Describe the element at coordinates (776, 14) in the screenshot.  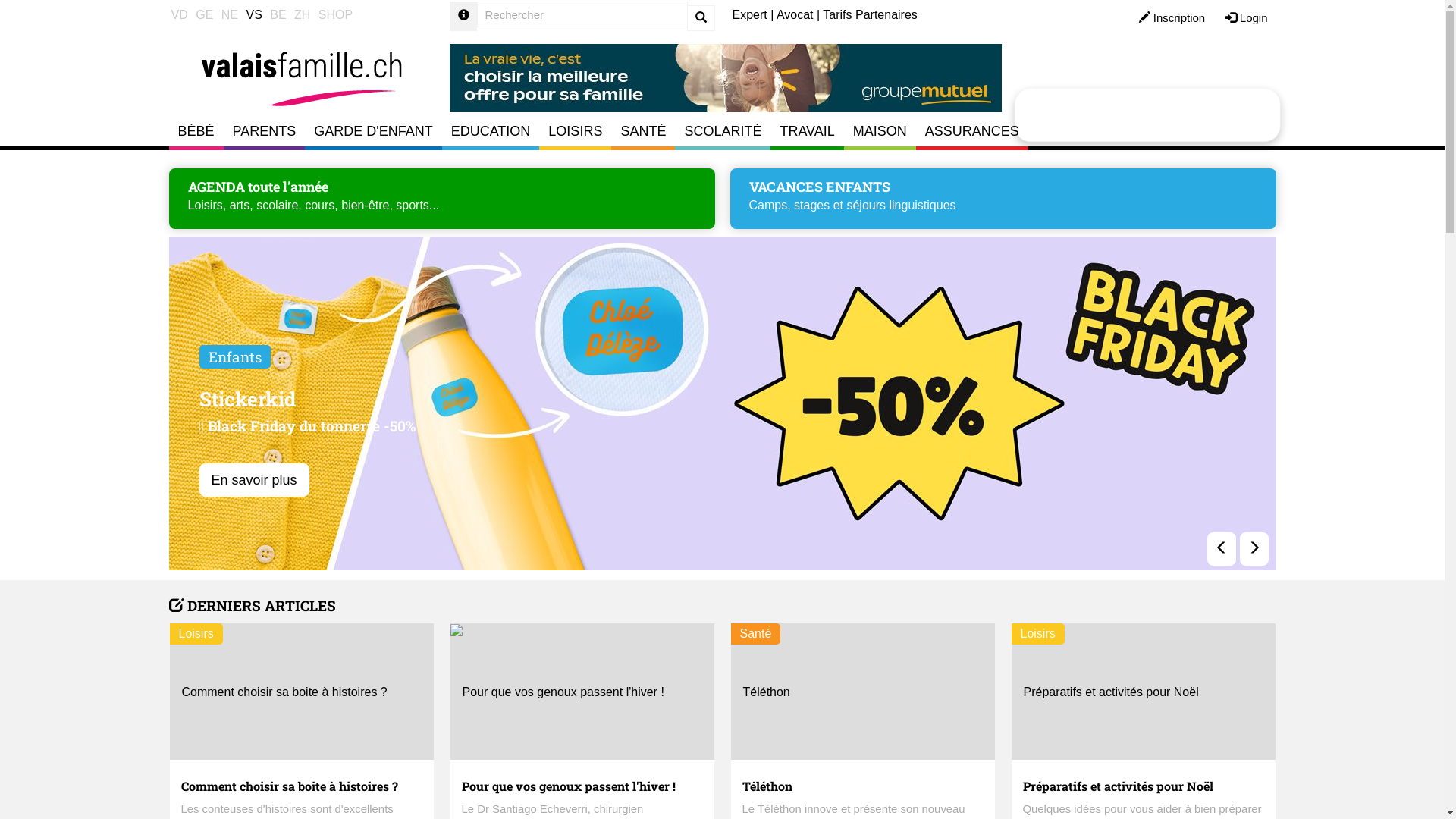
I see `'Avocat'` at that location.